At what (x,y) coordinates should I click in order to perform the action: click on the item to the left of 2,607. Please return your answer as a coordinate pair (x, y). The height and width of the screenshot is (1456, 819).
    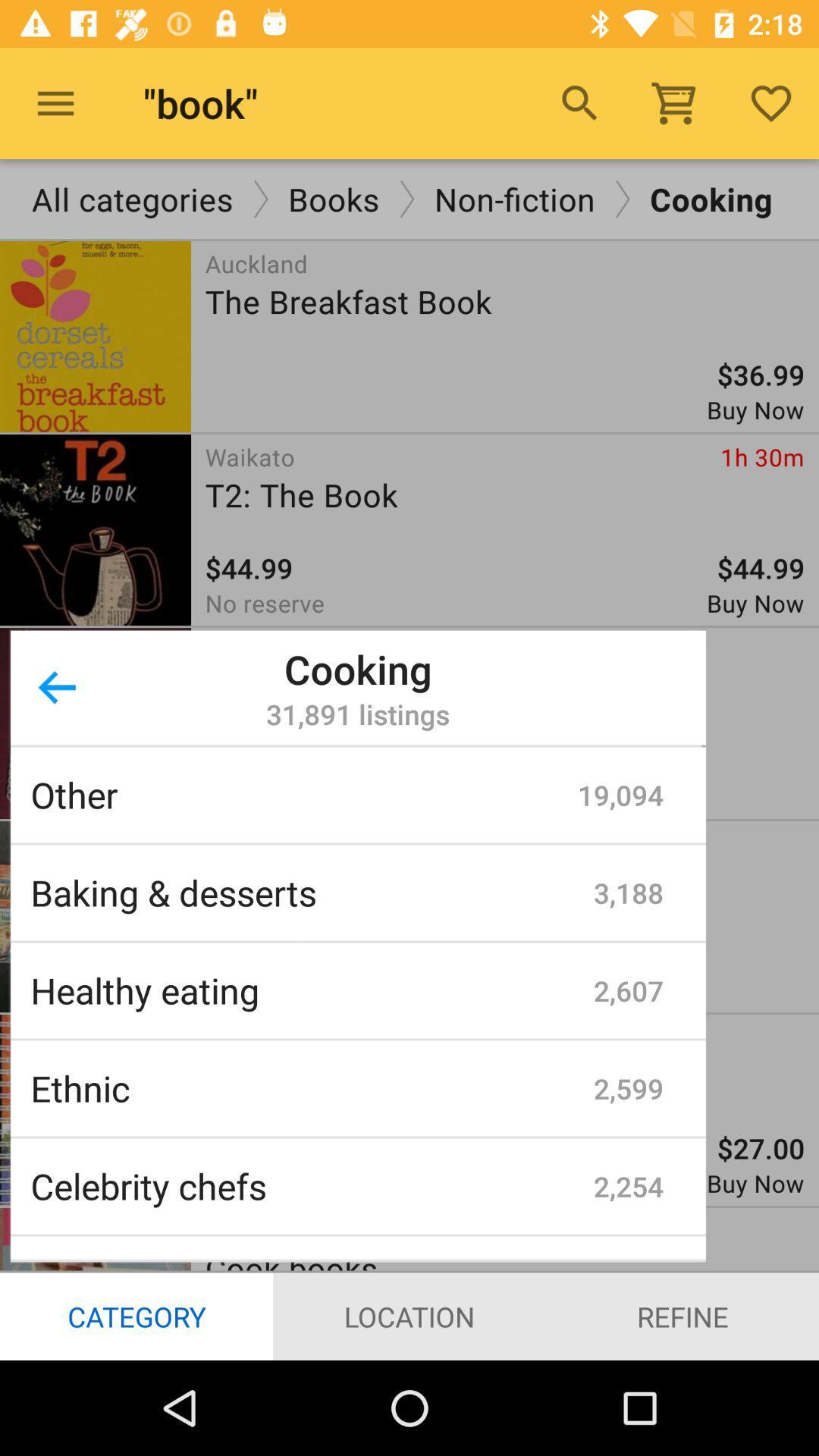
    Looking at the image, I should click on (311, 990).